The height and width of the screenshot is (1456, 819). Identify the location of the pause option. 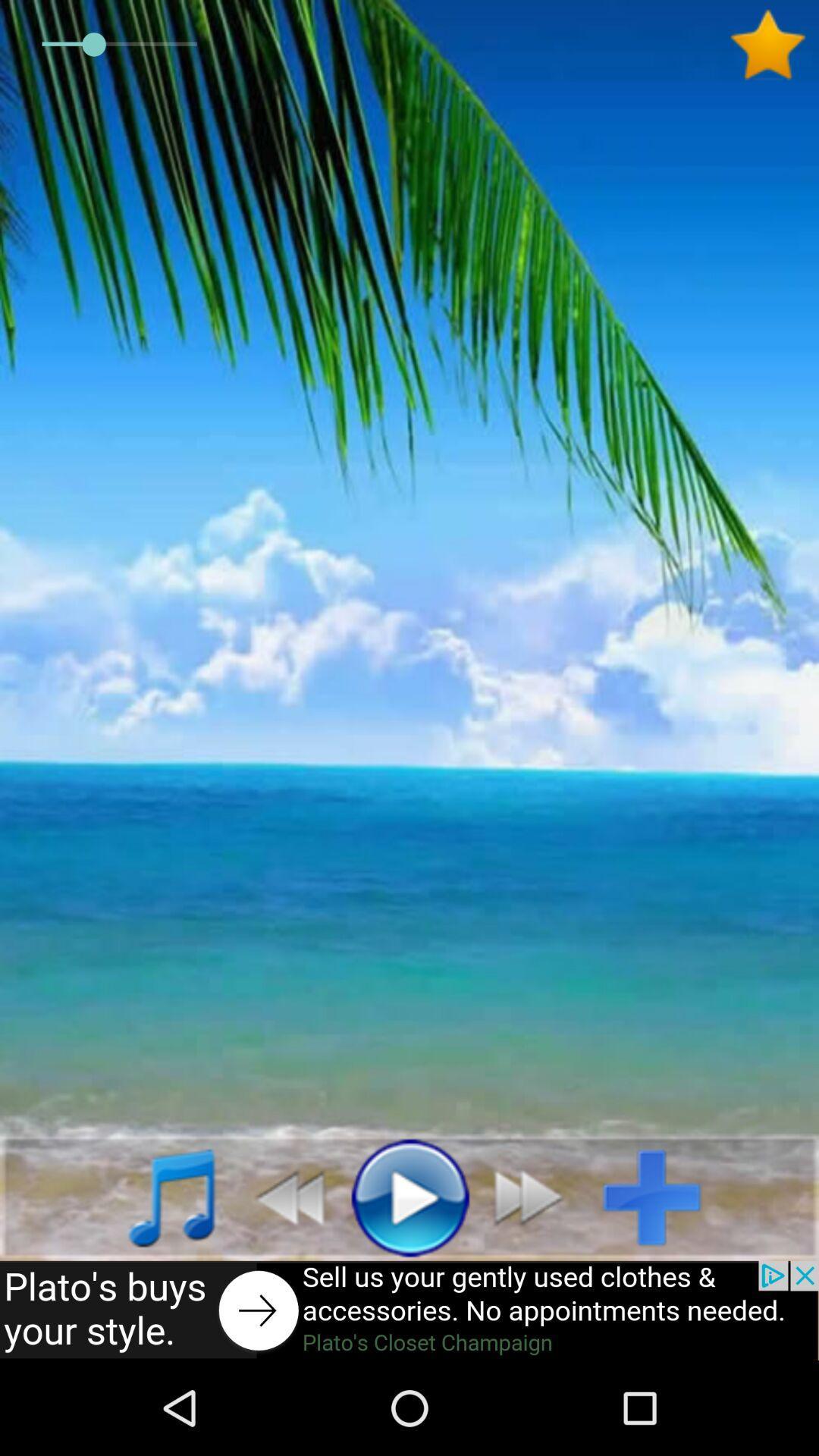
(409, 1196).